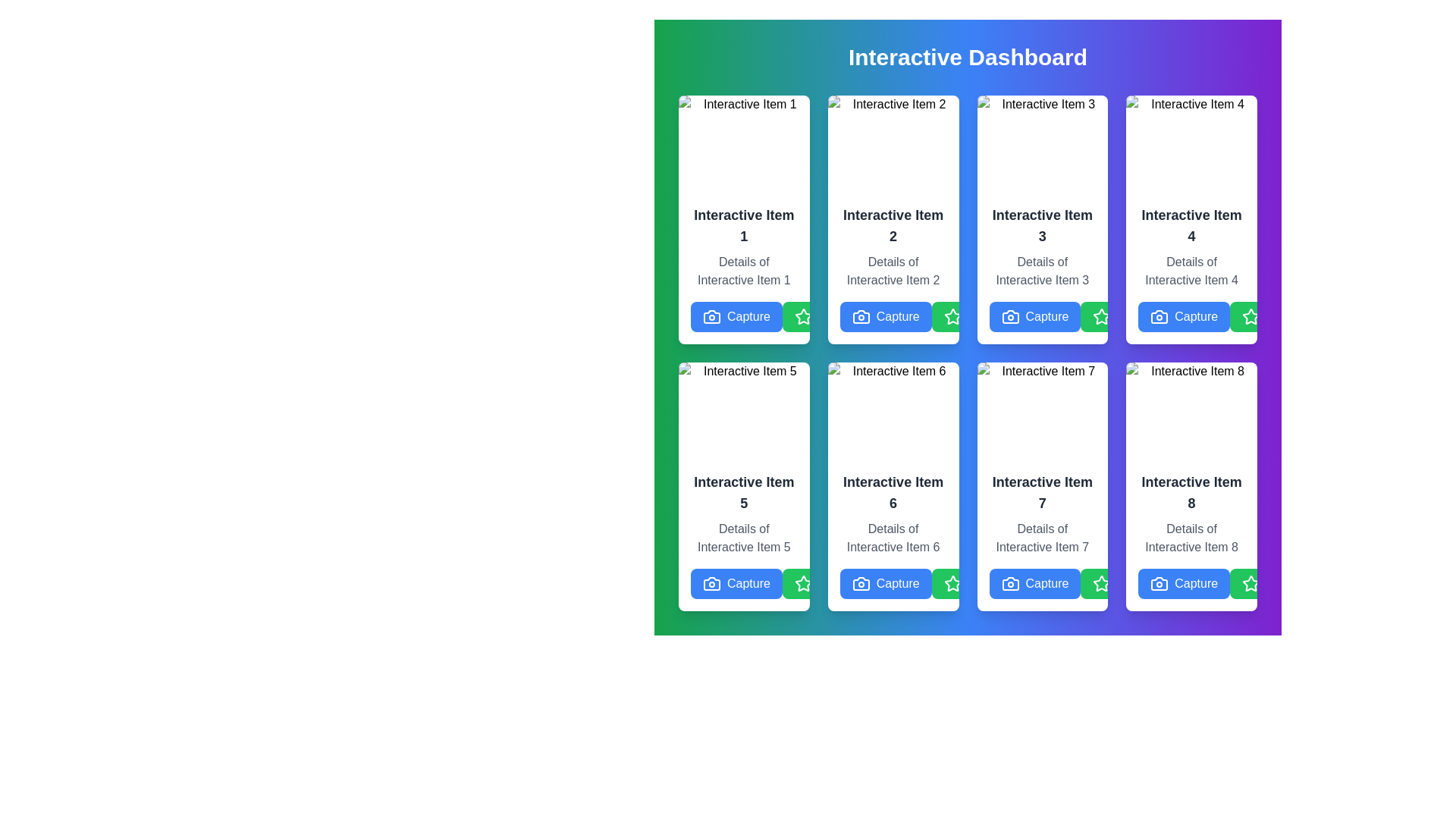 The height and width of the screenshot is (819, 1456). What do you see at coordinates (952, 583) in the screenshot?
I see `the star icon located in the bottom-right corner of the sixth card in the grid layout to mark the associated item as a favorite` at bounding box center [952, 583].